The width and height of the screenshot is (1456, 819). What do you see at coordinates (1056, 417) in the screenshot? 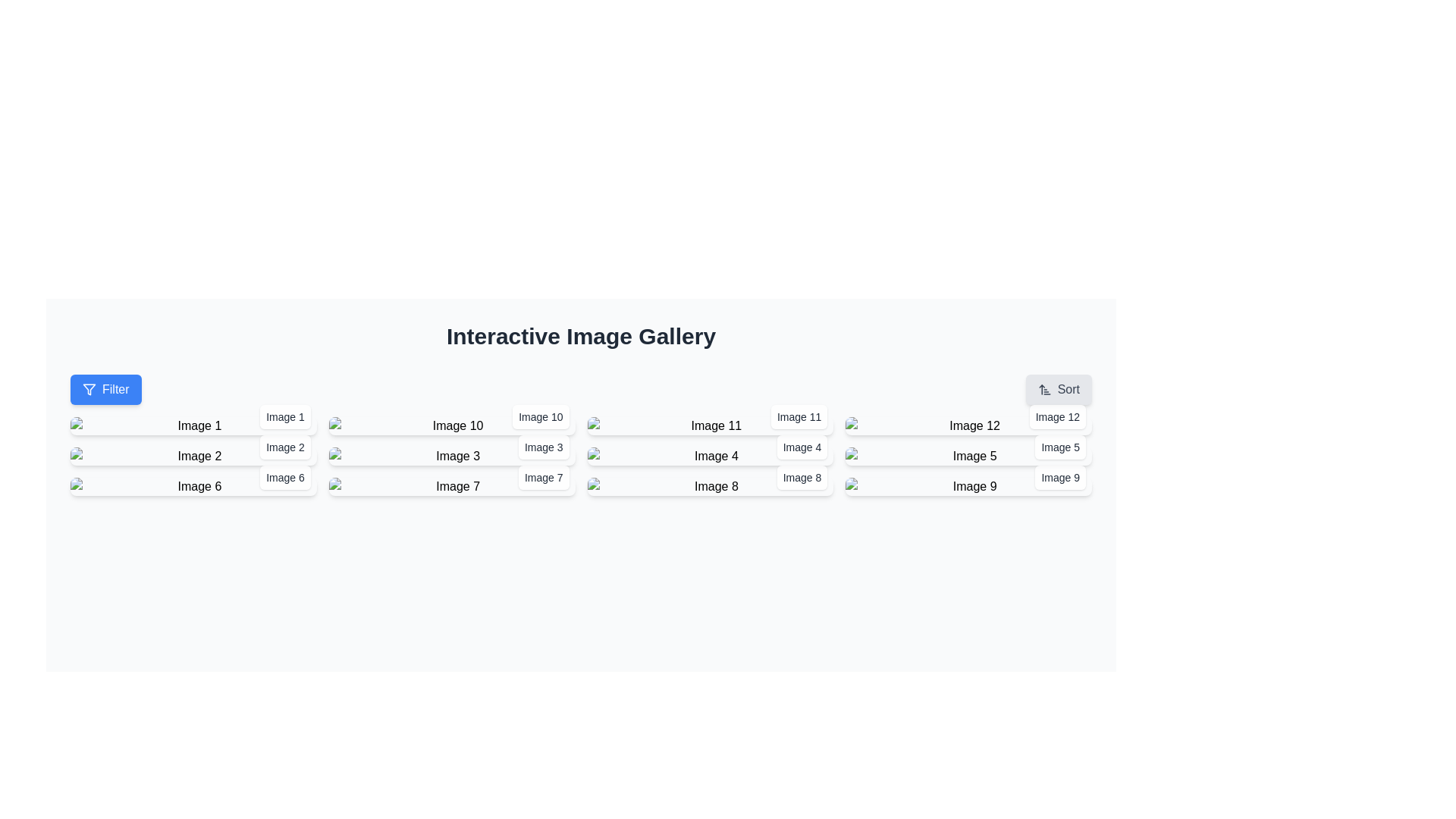
I see `the text label displaying 'Image 12', which is styled with a small font size and gray color, located in the bottom-right corner of the image card` at bounding box center [1056, 417].